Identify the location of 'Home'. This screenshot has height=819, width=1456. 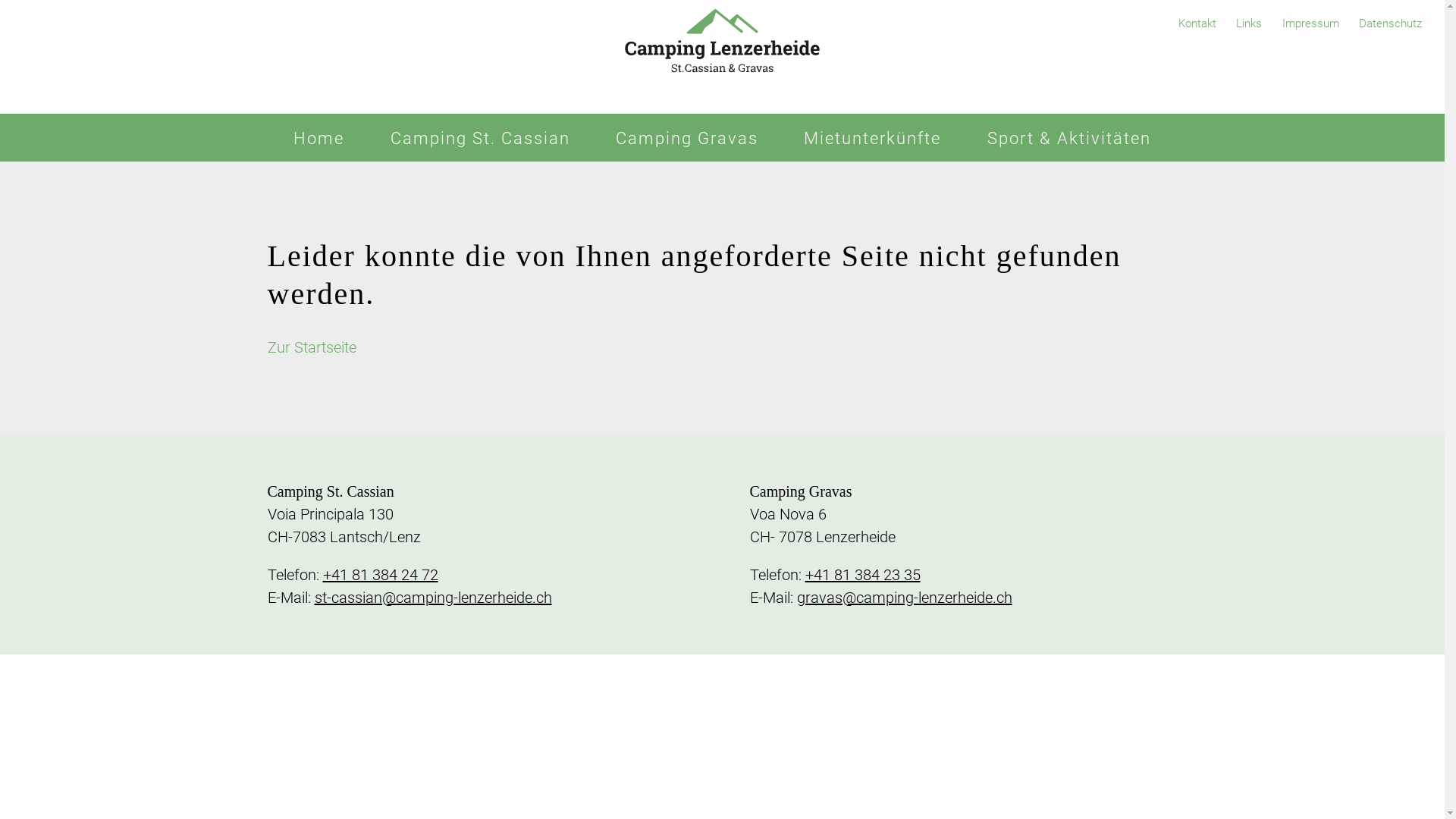
(318, 137).